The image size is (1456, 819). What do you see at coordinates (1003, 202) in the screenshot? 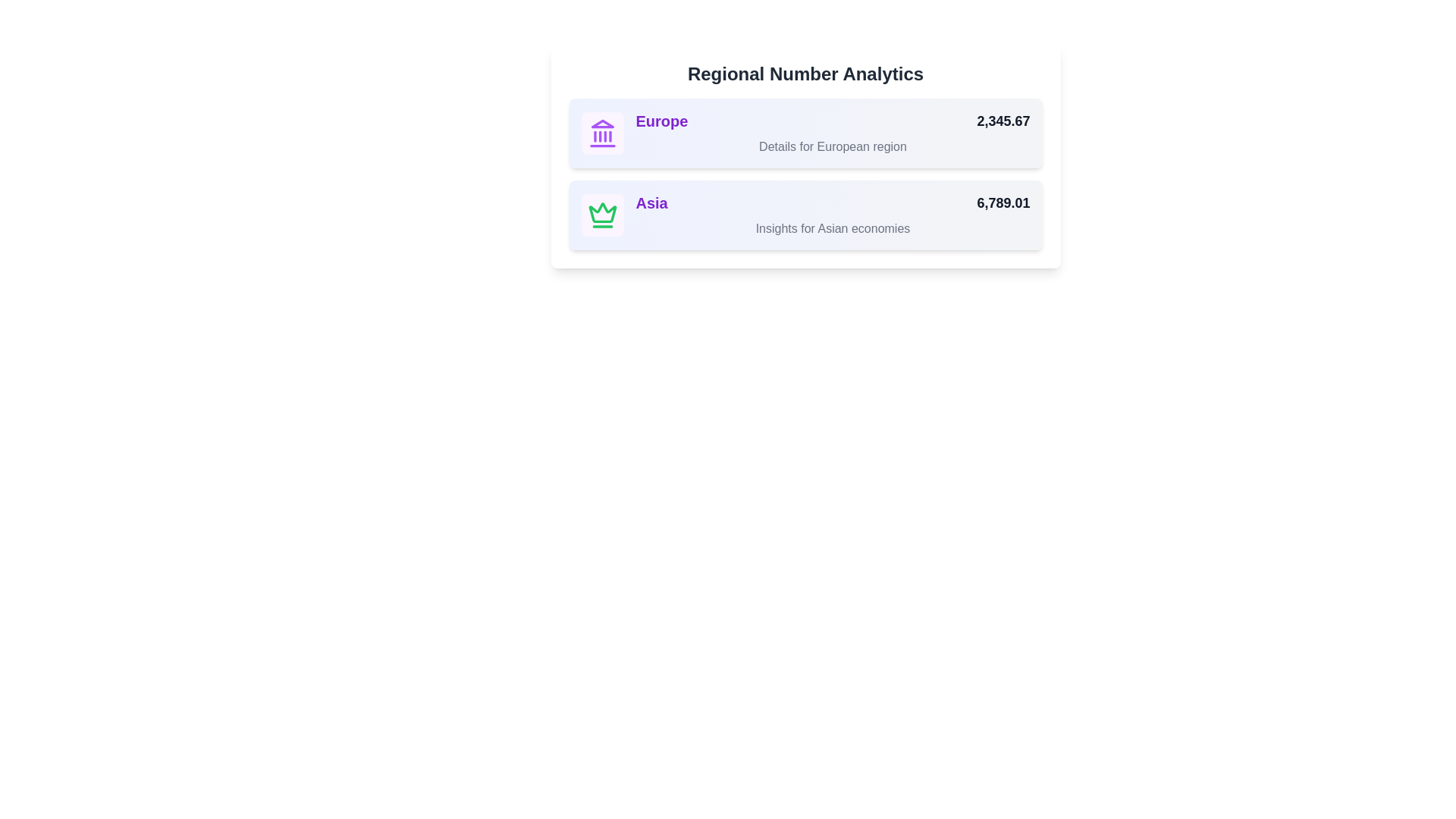
I see `the text label displaying the numeric value '6,789.01' which is bold and dark gray, located to the right of the label 'Asia'` at bounding box center [1003, 202].